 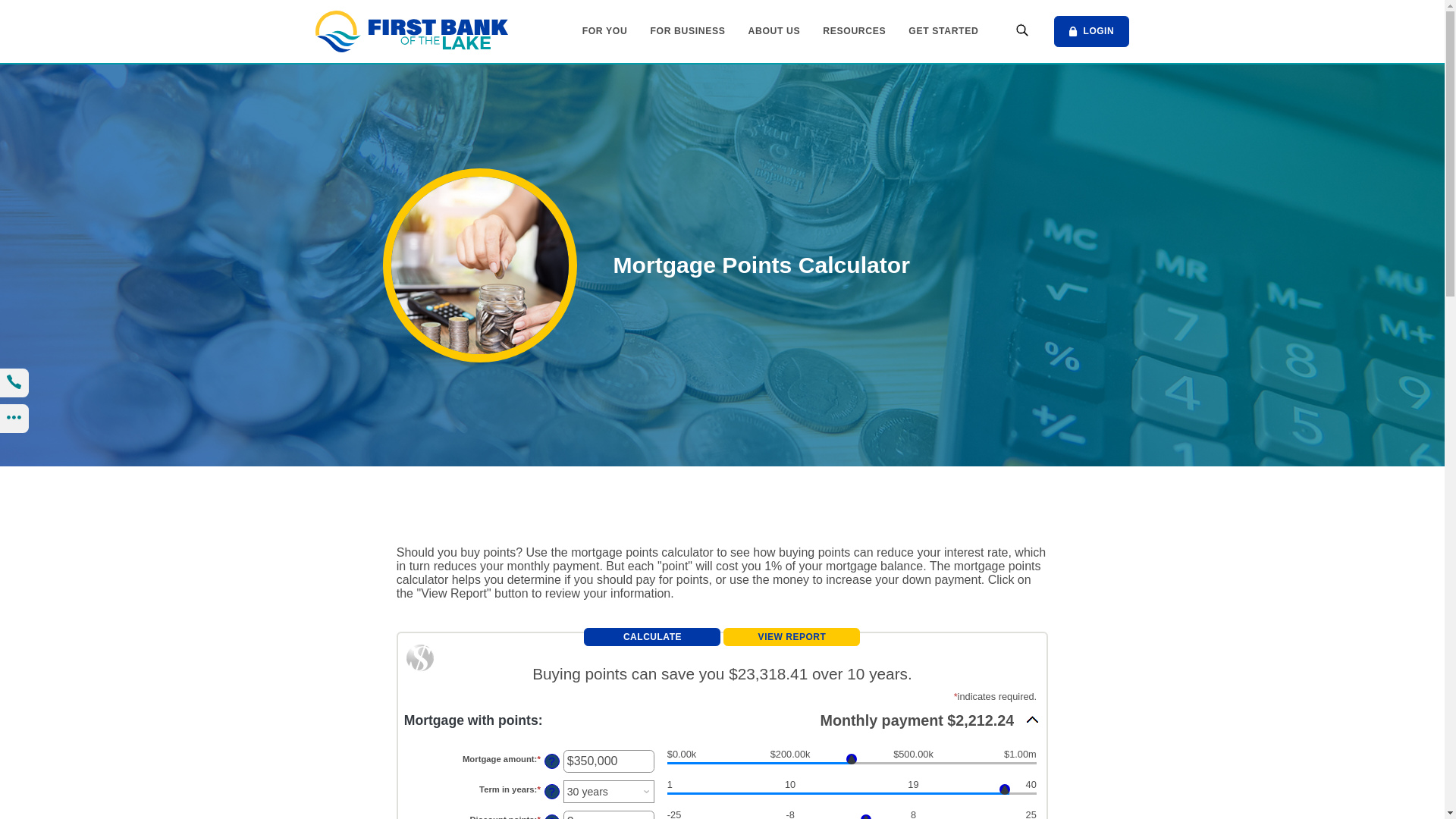 I want to click on 'First Bank of the Lake, Osage Beach, MO', so click(x=411, y=31).